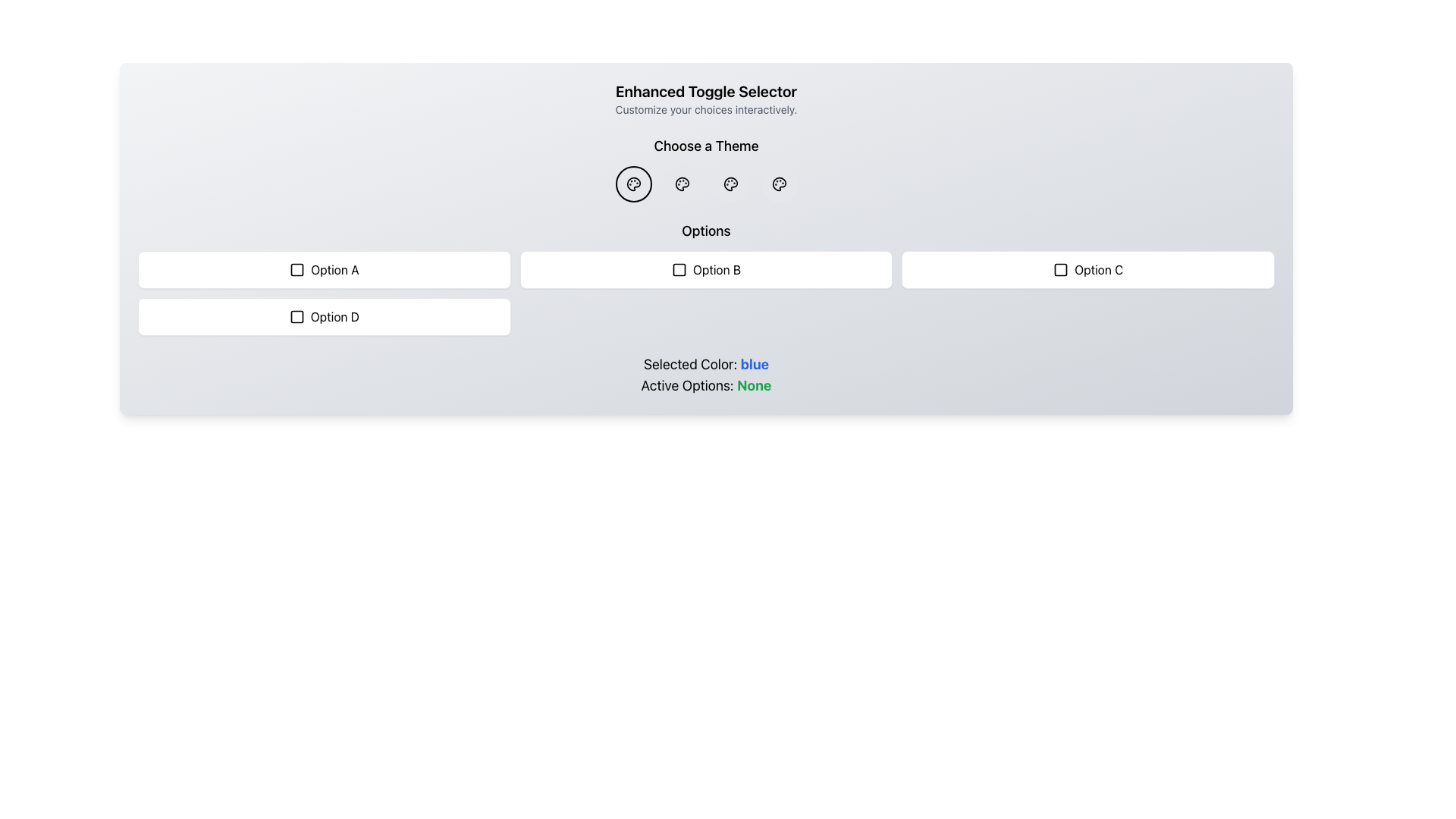 Image resolution: width=1456 pixels, height=819 pixels. What do you see at coordinates (730, 184) in the screenshot?
I see `the second icon in the 'Choose a Theme' selection group` at bounding box center [730, 184].